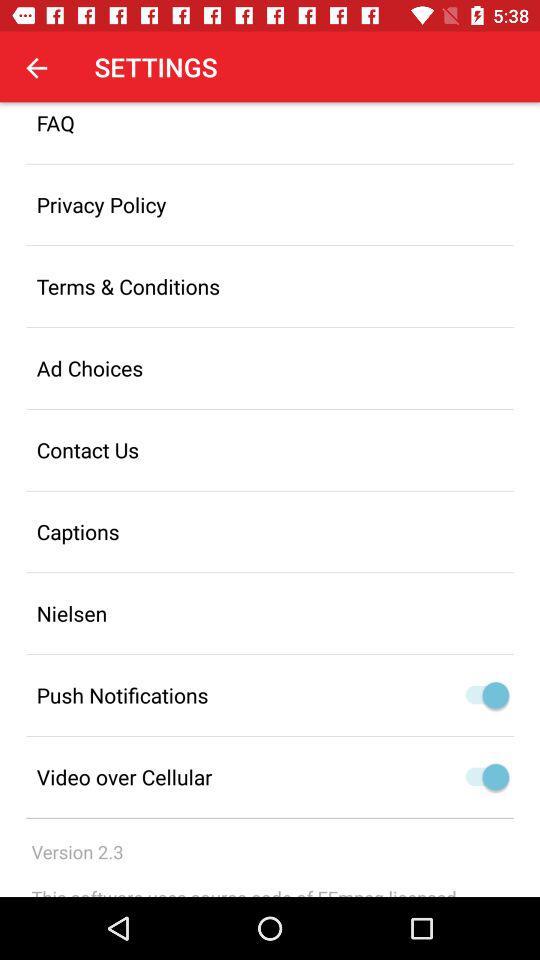 The width and height of the screenshot is (540, 960). Describe the element at coordinates (481, 776) in the screenshot. I see `video over cellular settings option` at that location.